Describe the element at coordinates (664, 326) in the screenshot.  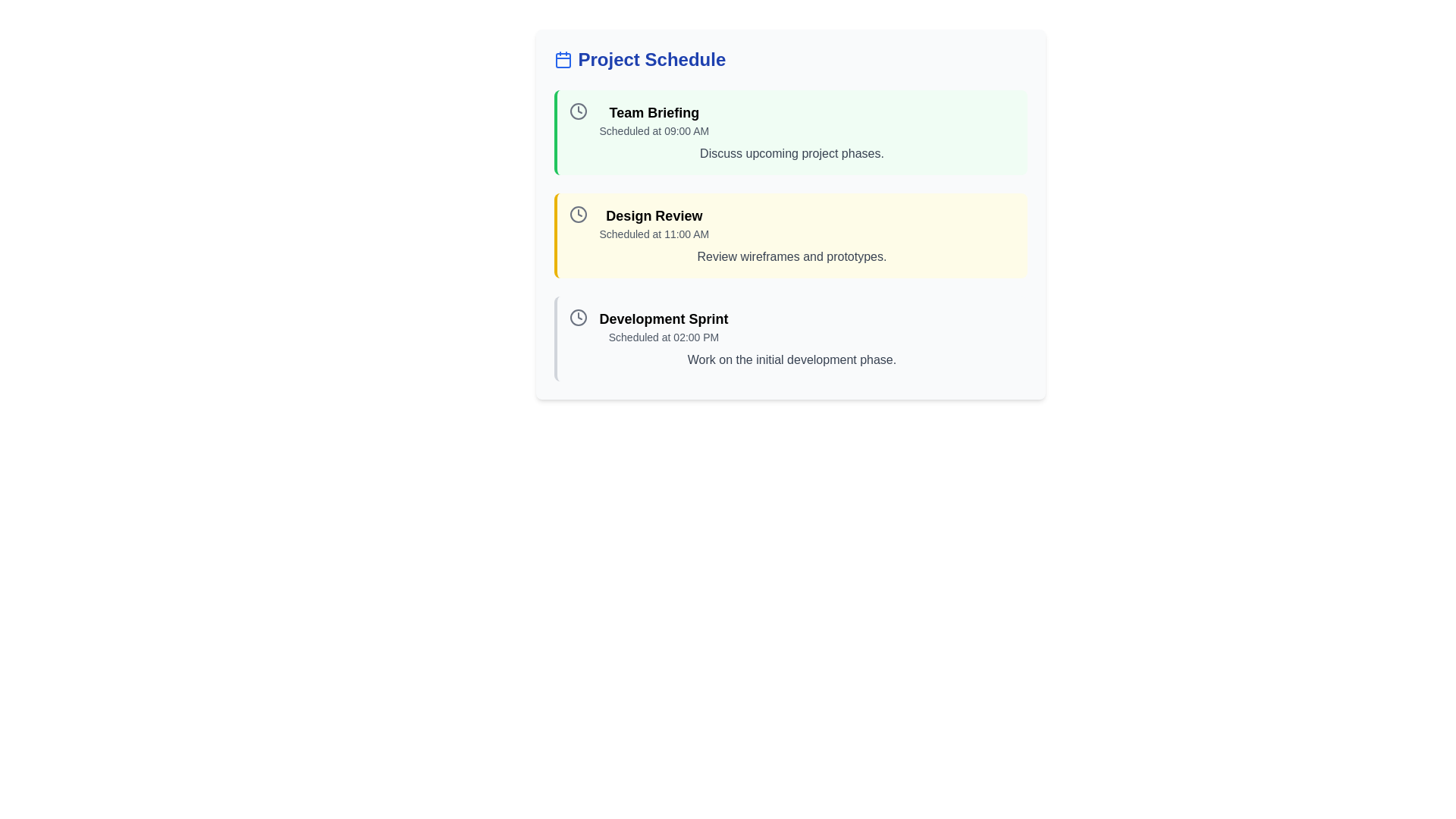
I see `information displayed in the Text Display element showing 'Development Sprint' and 'Scheduled at 02:00 PM'` at that location.